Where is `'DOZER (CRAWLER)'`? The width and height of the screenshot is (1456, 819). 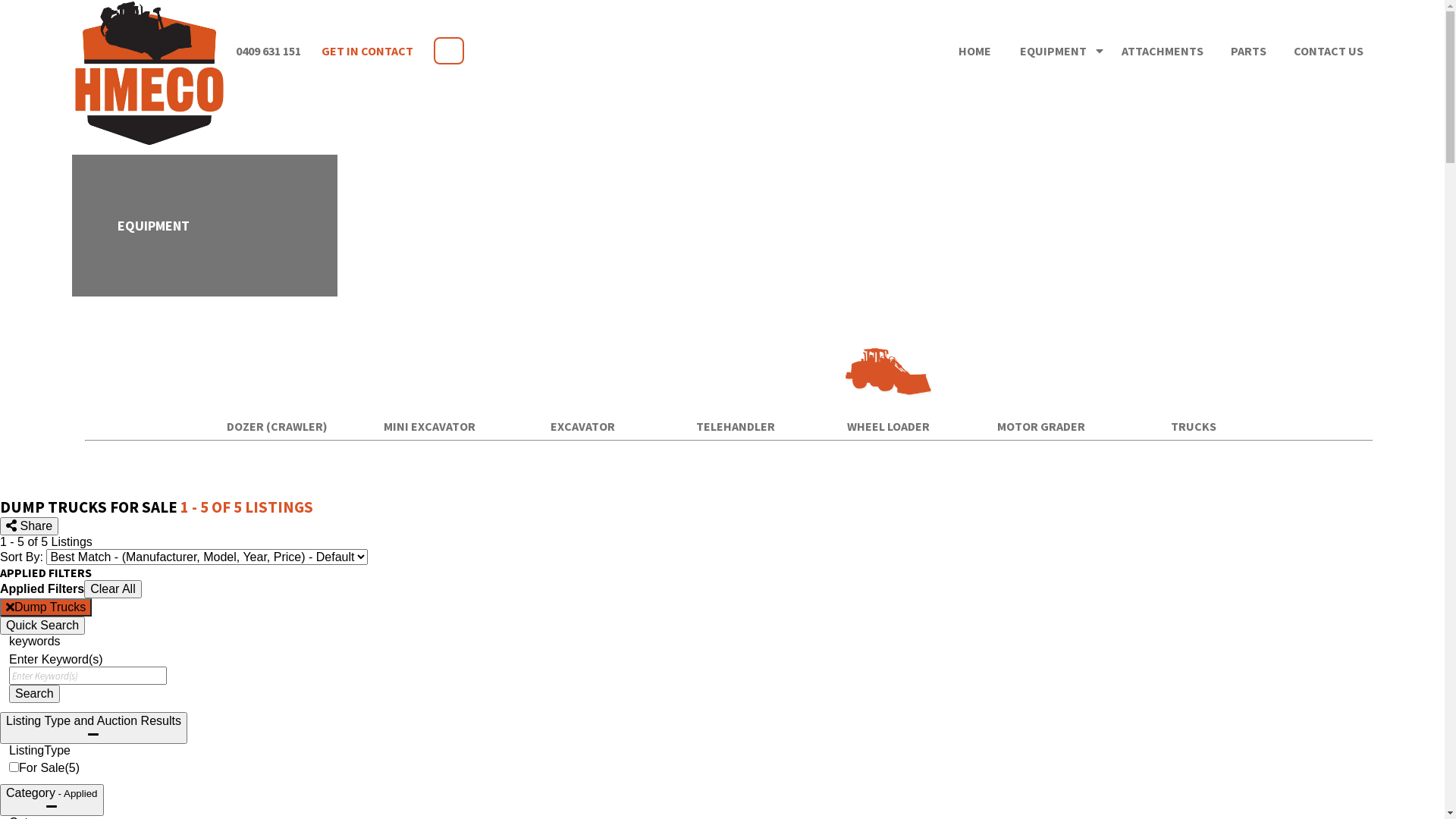
'DOZER (CRAWLER)' is located at coordinates (277, 426).